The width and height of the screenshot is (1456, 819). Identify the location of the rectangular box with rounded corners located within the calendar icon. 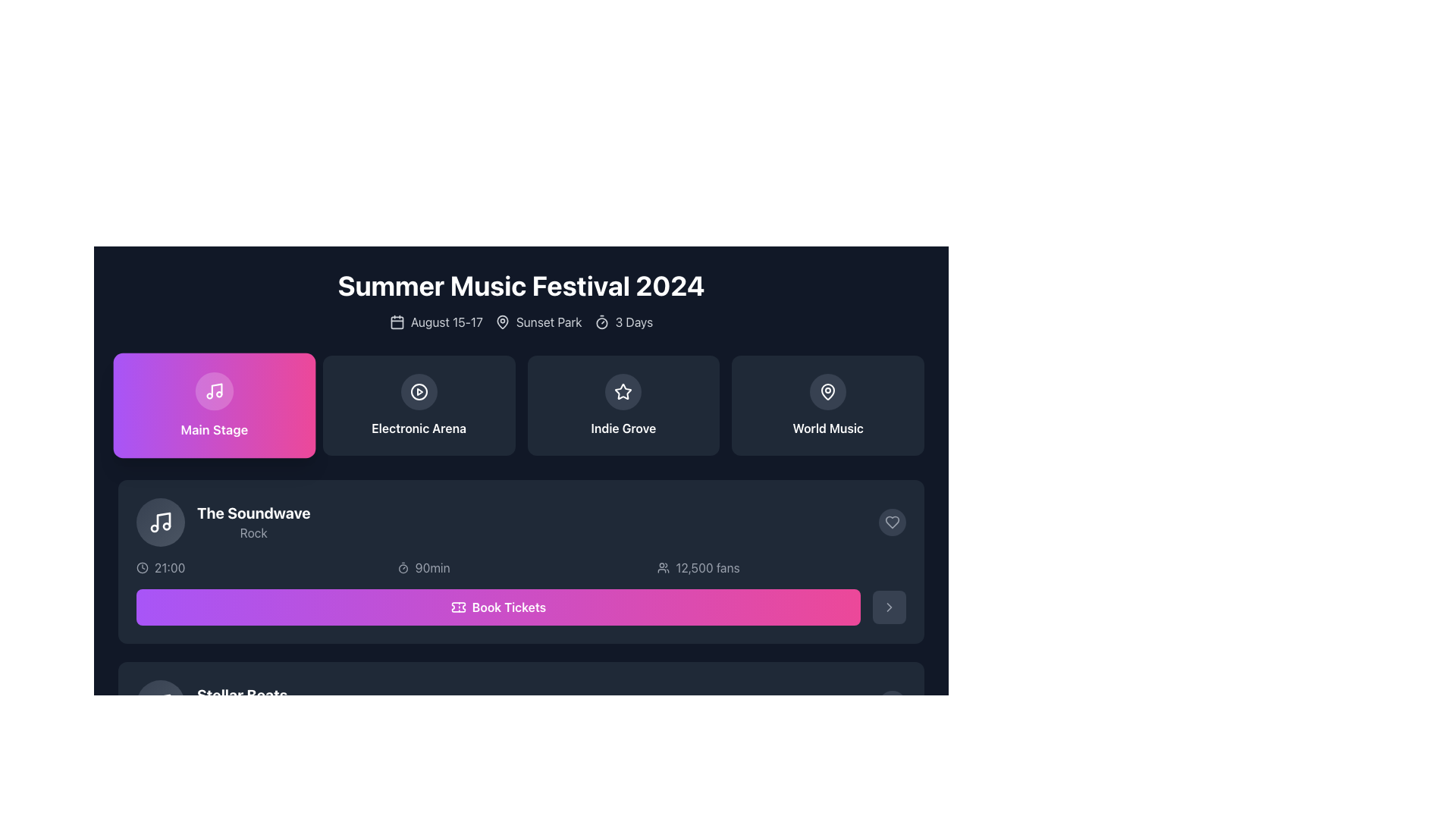
(397, 322).